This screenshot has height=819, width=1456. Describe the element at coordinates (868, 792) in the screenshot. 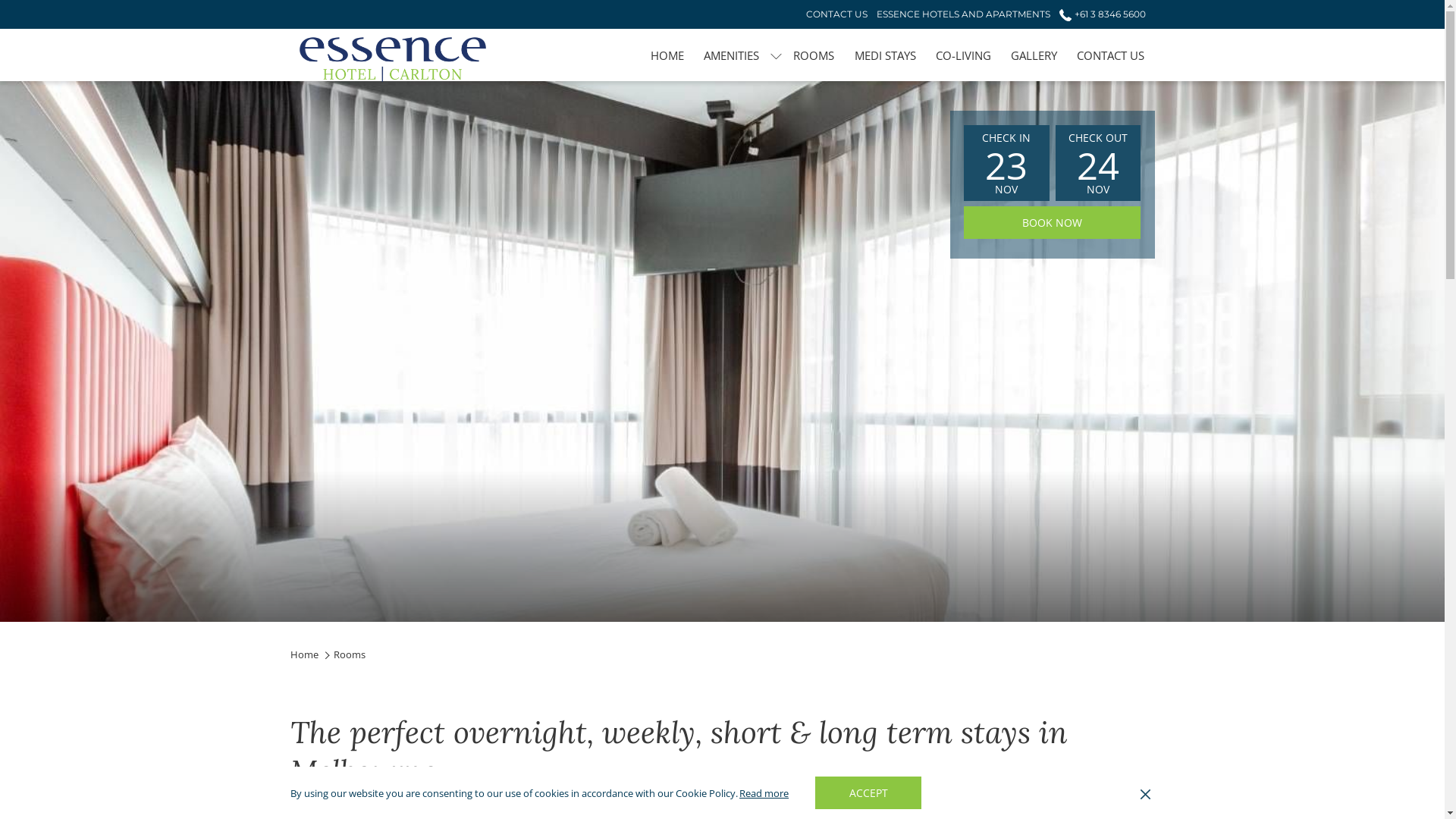

I see `'ACCEPT'` at that location.